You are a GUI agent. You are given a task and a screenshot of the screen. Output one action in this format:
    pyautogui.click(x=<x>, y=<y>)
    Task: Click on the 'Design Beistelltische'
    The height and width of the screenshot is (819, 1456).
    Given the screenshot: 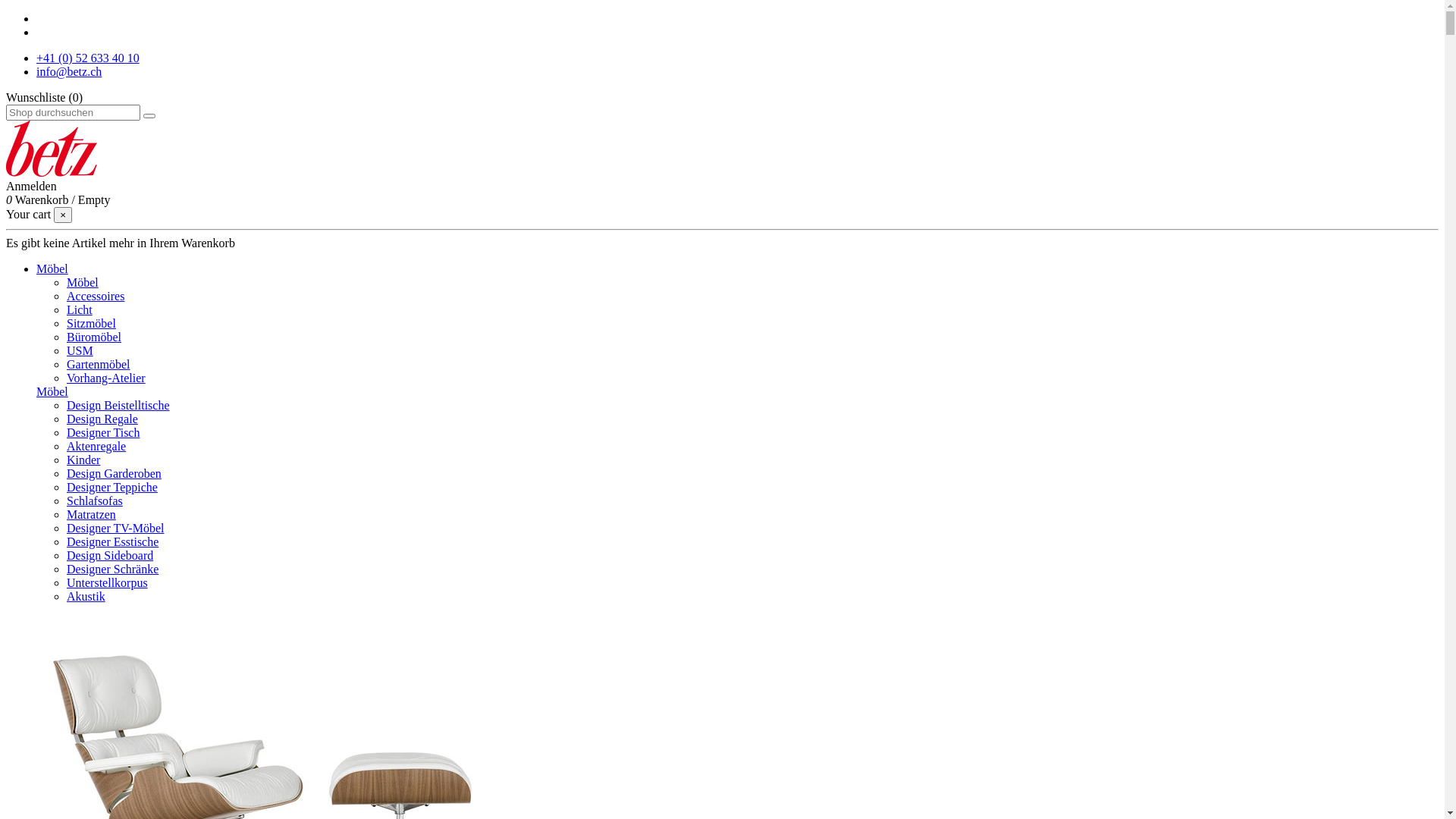 What is the action you would take?
    pyautogui.click(x=118, y=404)
    